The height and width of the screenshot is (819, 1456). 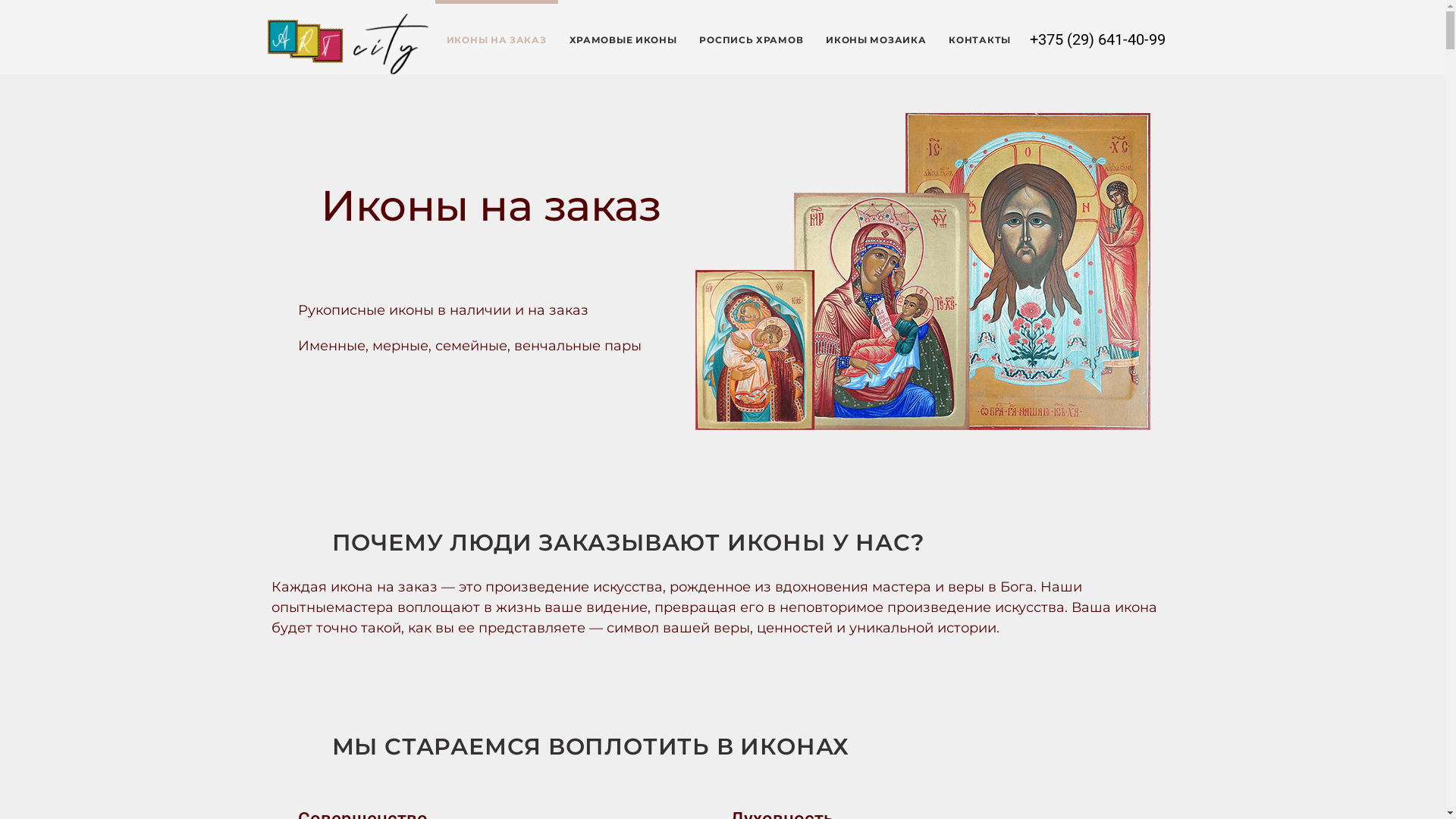 What do you see at coordinates (1097, 38) in the screenshot?
I see `'+375 (29) 641-40-99'` at bounding box center [1097, 38].